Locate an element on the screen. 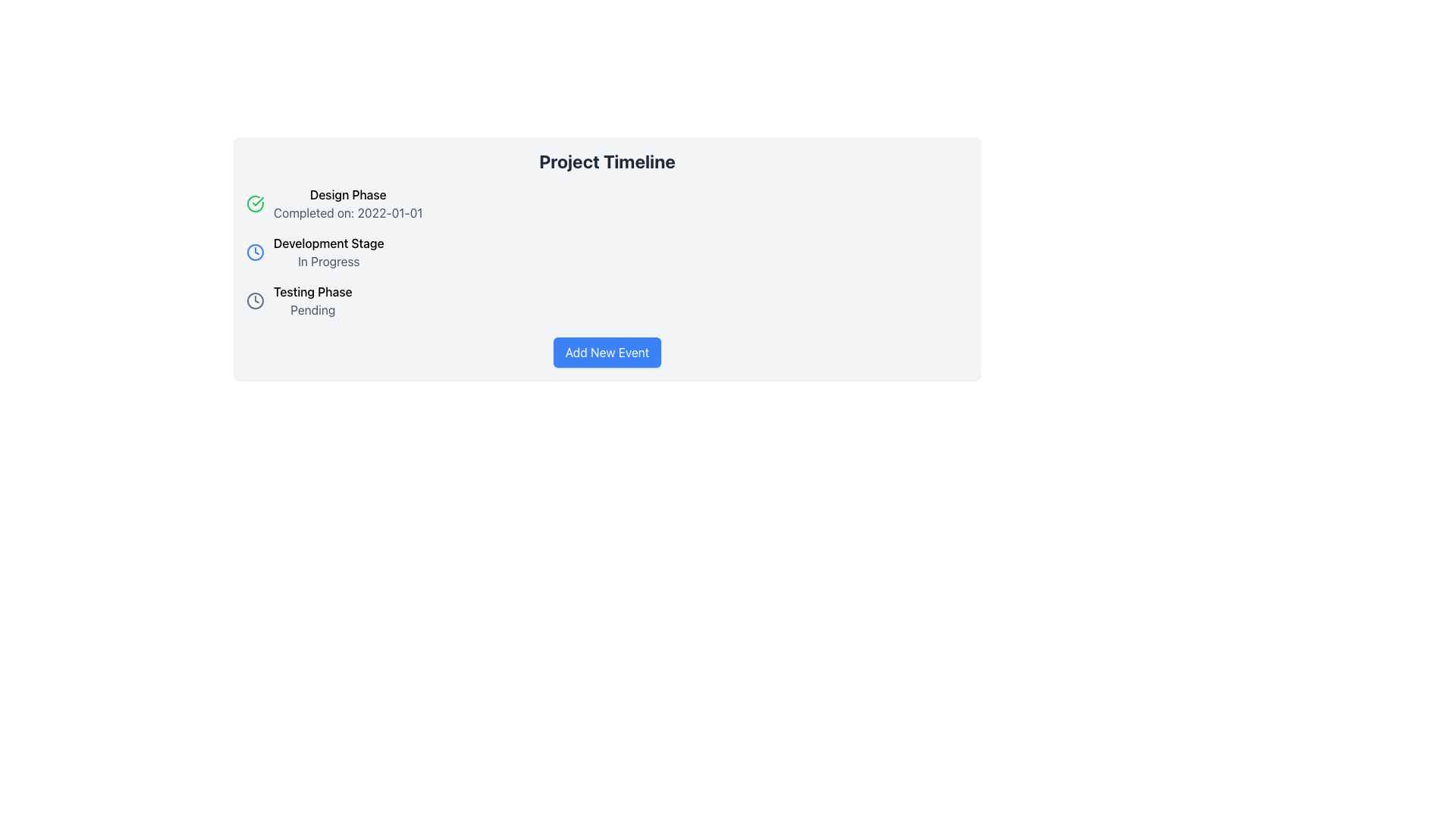  the static text element that serves as the title for the initial phase in the project timeline is located at coordinates (347, 194).